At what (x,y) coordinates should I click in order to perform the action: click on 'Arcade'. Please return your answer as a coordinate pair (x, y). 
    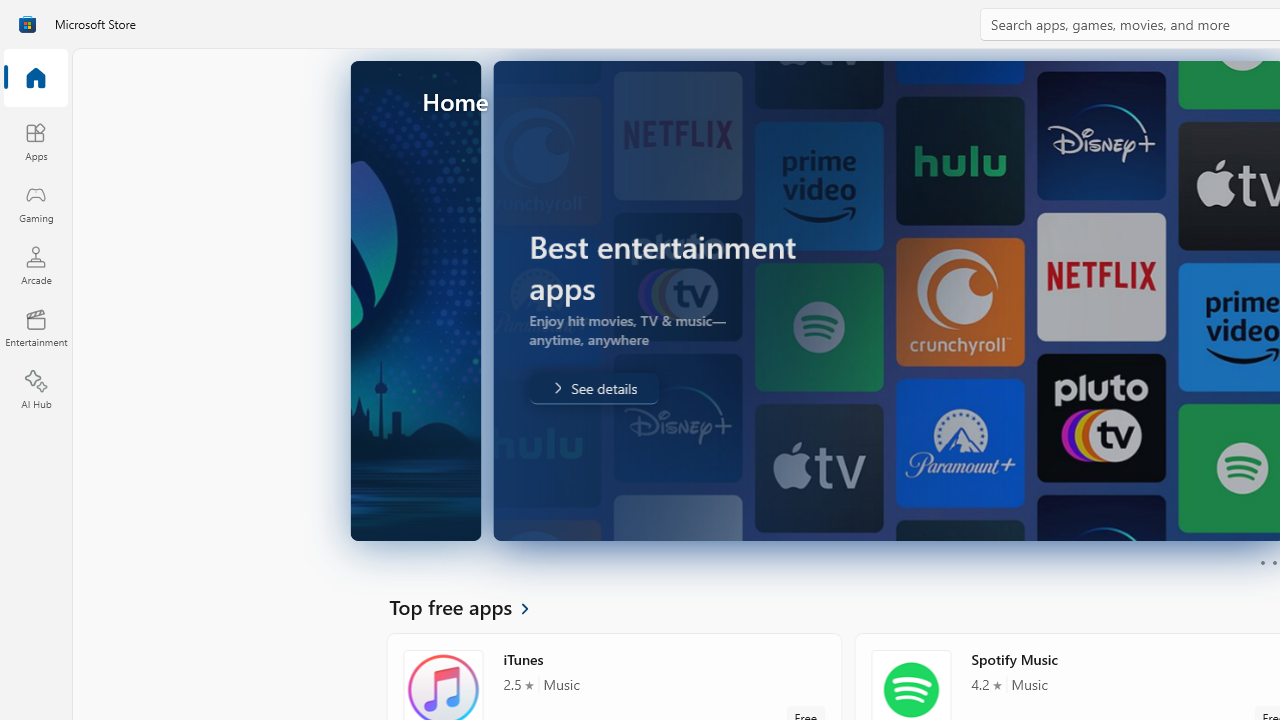
    Looking at the image, I should click on (35, 264).